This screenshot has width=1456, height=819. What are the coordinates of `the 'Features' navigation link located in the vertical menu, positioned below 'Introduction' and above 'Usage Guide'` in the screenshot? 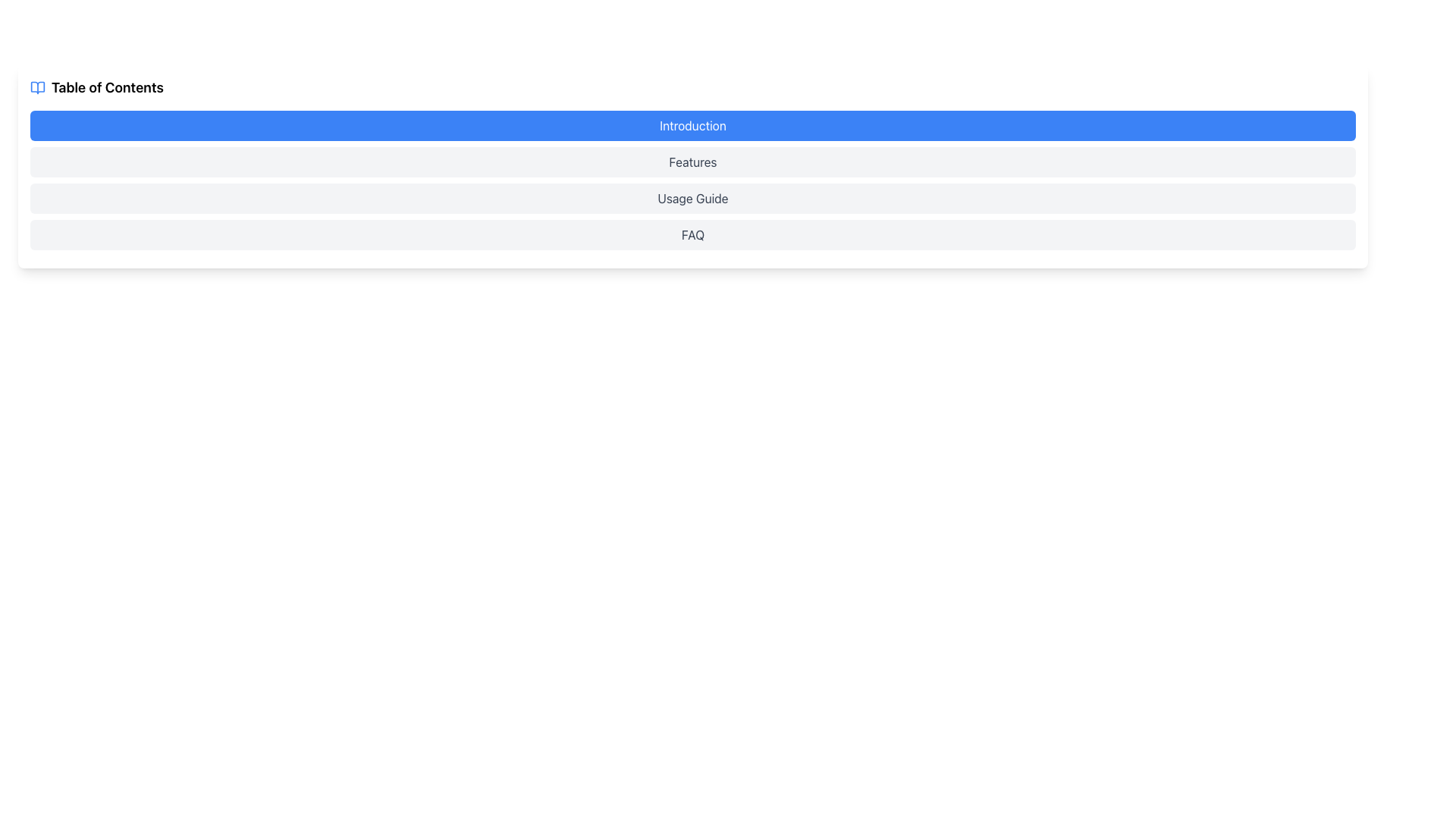 It's located at (692, 162).